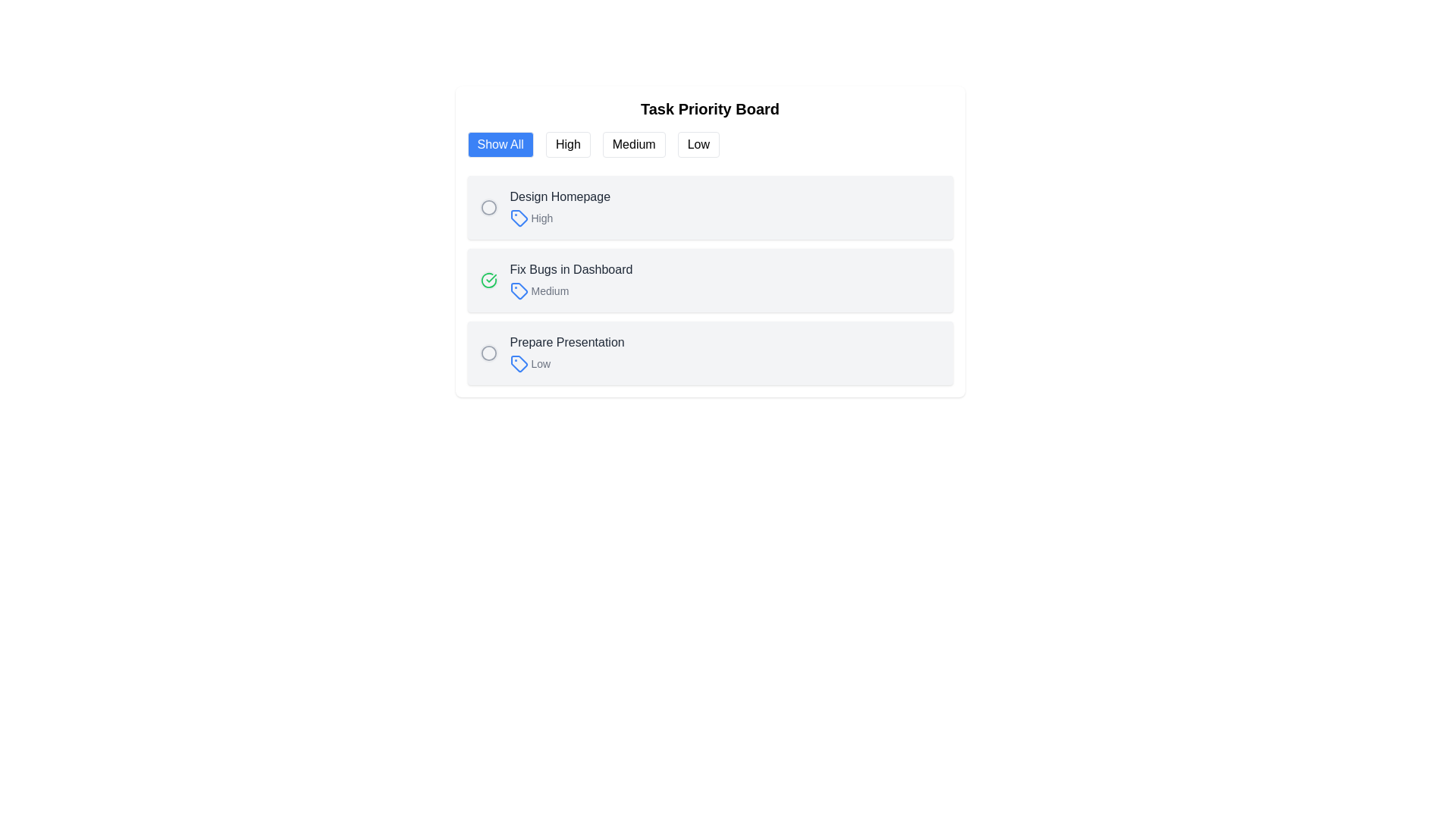 This screenshot has width=1456, height=819. Describe the element at coordinates (488, 207) in the screenshot. I see `the circular status marker located in the topmost task item row under the 'Task Priority Board' heading, positioned to the left of the 'Design Homepage' text` at that location.